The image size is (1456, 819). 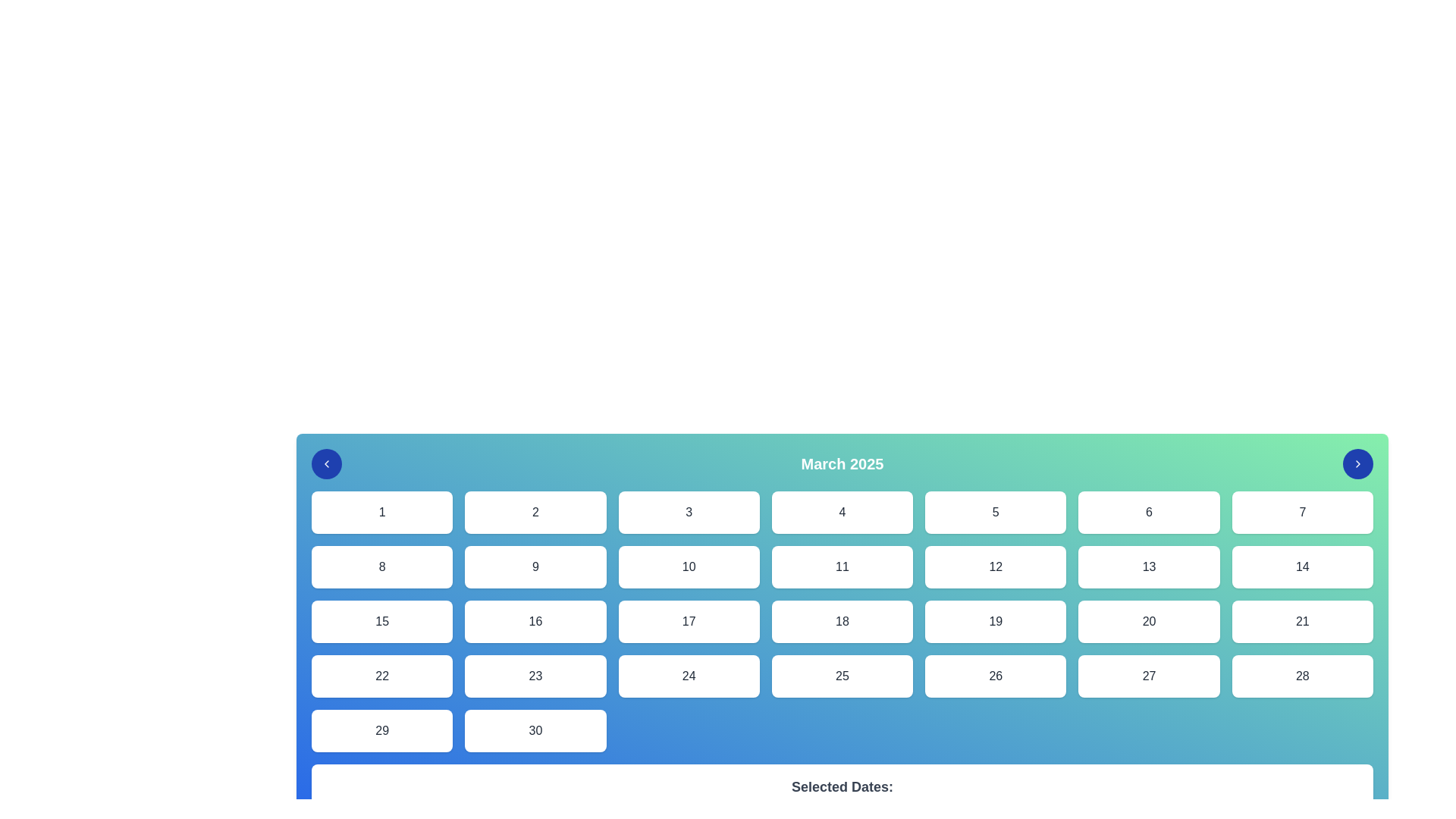 I want to click on the selectable calendar date box displaying '18', so click(x=841, y=622).